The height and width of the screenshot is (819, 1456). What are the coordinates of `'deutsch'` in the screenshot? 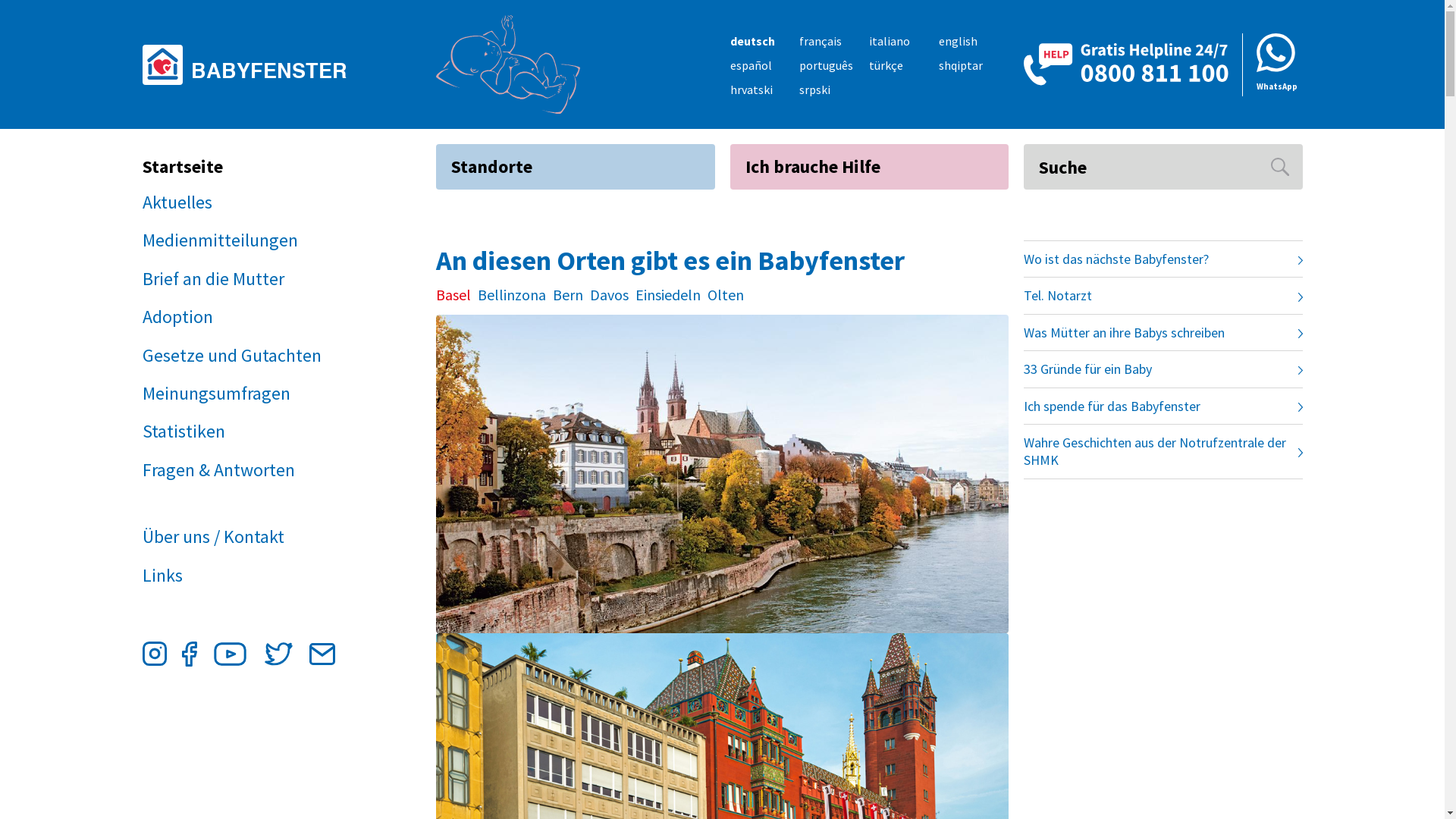 It's located at (752, 40).